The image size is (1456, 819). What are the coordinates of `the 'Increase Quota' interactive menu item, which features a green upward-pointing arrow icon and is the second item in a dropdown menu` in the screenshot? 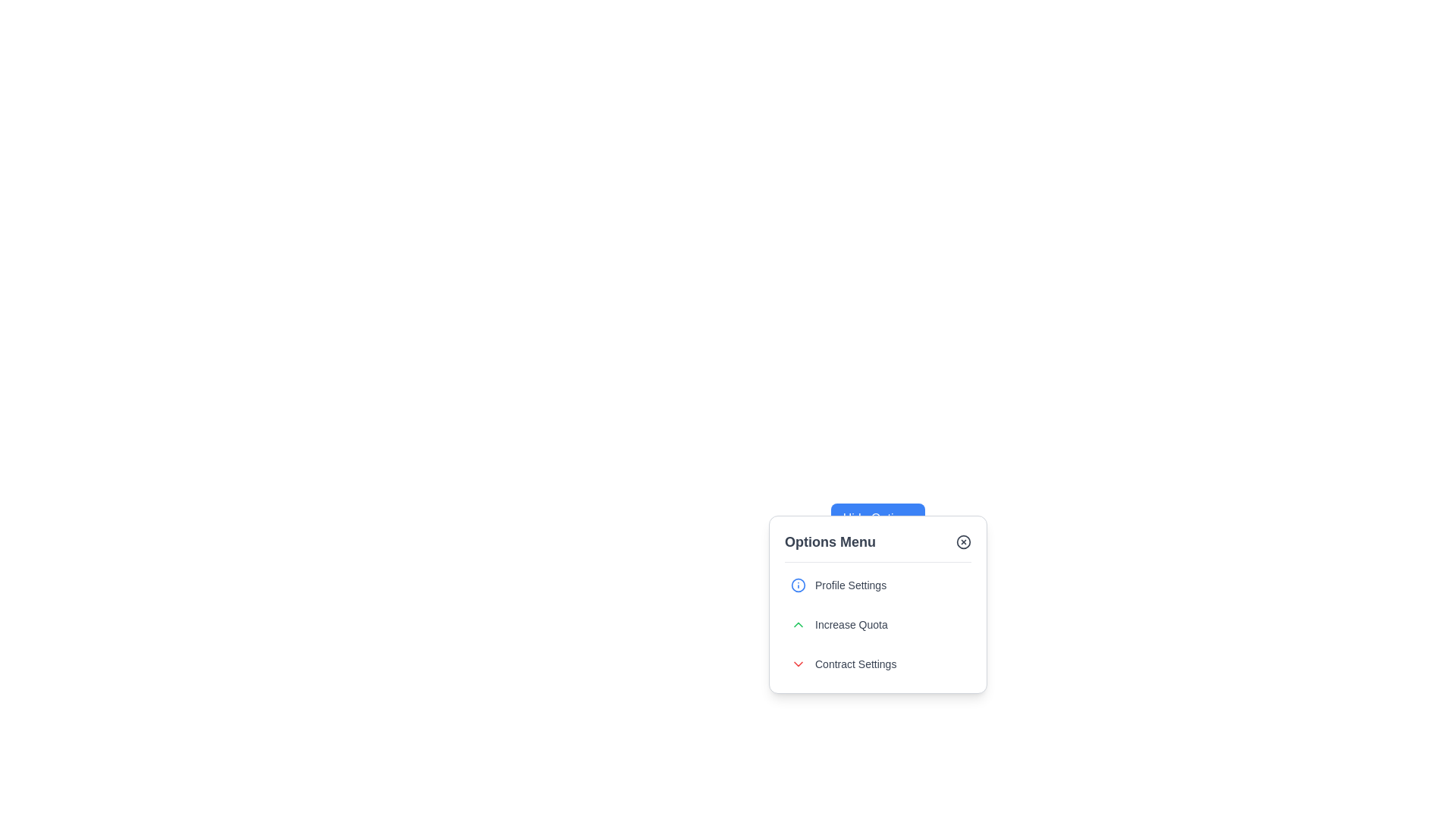 It's located at (877, 625).